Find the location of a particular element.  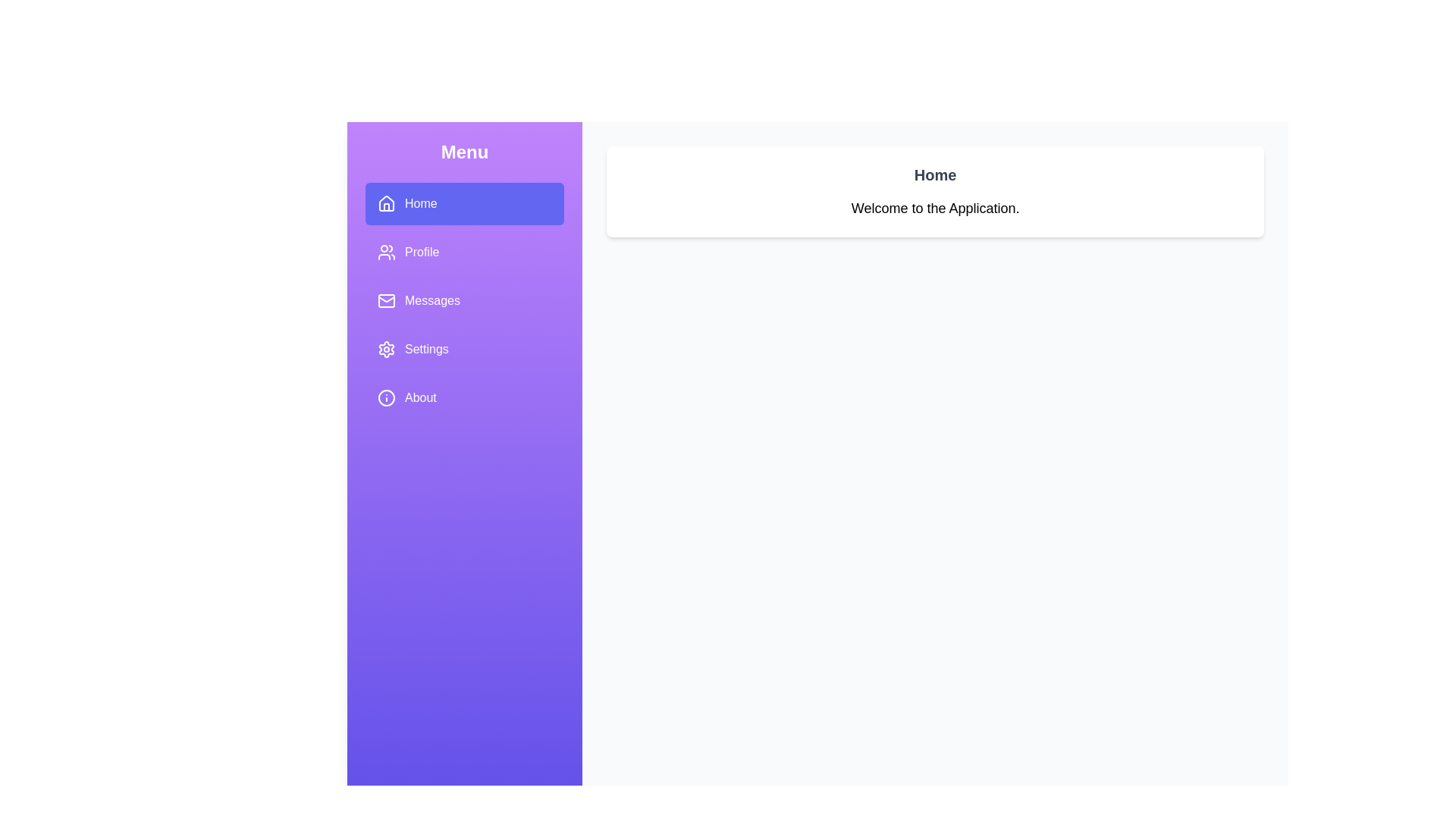

the fourth menu item in the sidebar, which provides access to the application's settings is located at coordinates (464, 350).